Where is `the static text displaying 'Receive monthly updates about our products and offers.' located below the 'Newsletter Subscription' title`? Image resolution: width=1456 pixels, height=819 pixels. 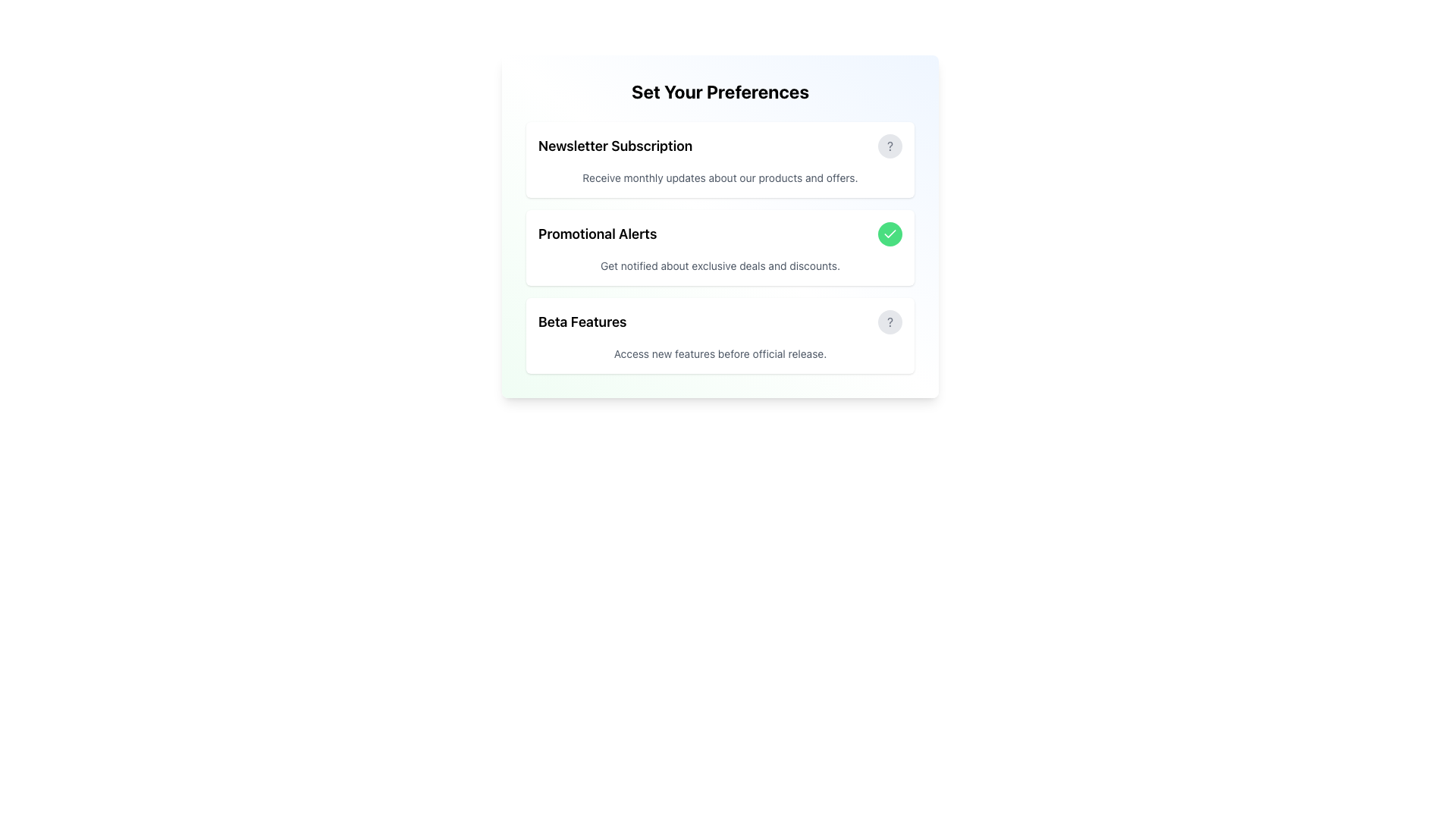 the static text displaying 'Receive monthly updates about our products and offers.' located below the 'Newsletter Subscription' title is located at coordinates (720, 177).